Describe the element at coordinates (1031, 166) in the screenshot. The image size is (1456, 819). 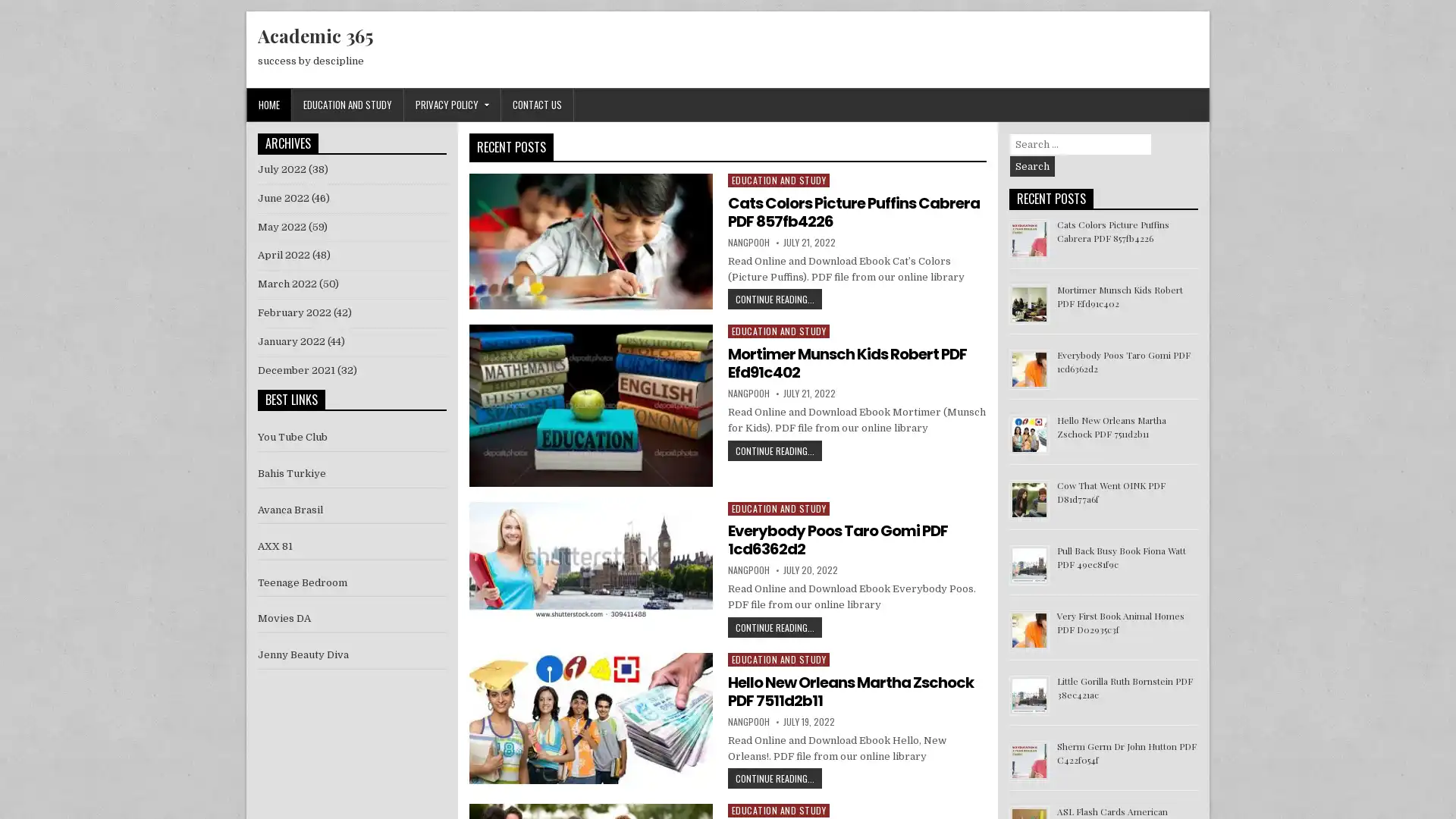
I see `Search` at that location.